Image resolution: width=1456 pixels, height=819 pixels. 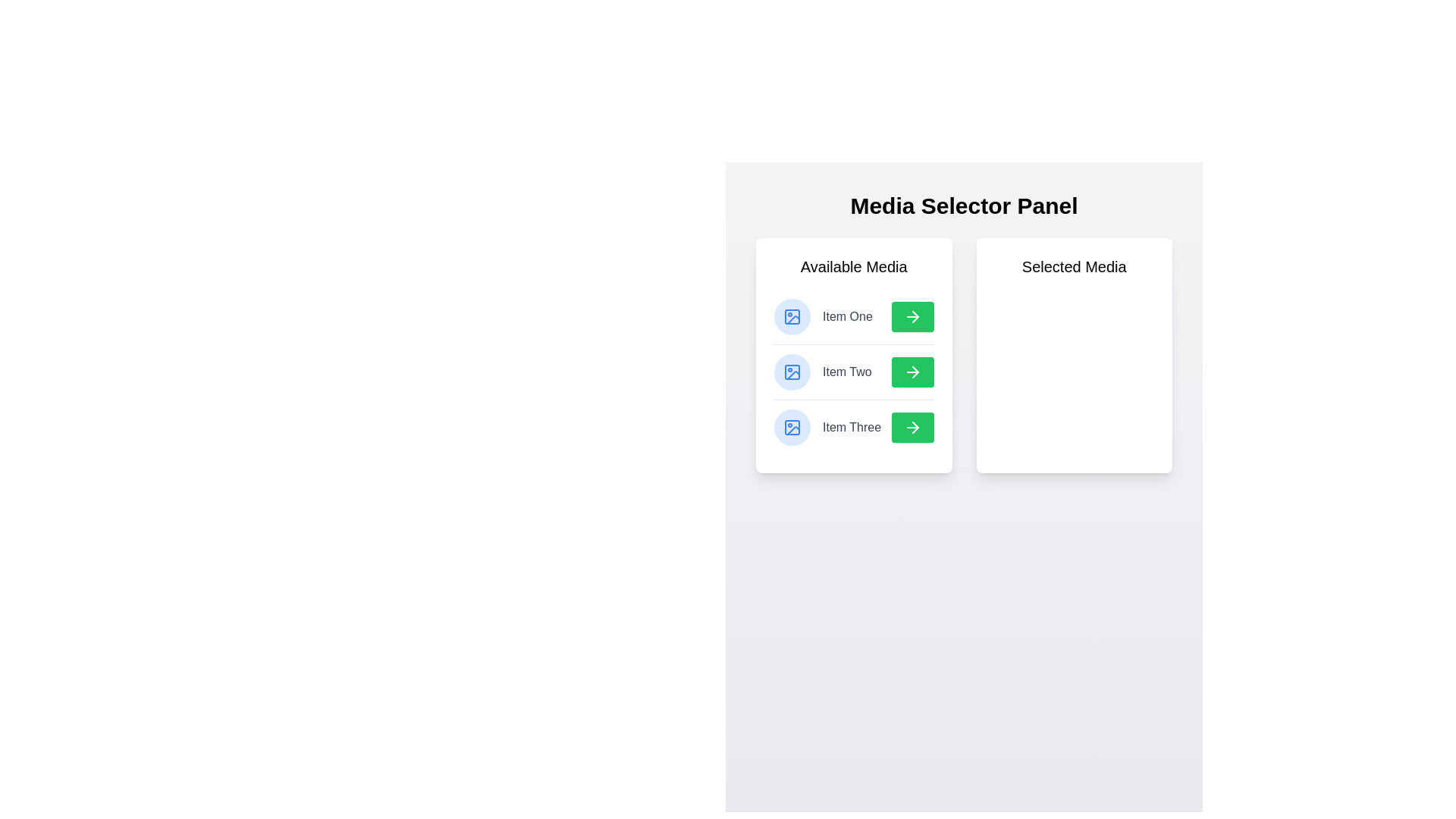 What do you see at coordinates (912, 372) in the screenshot?
I see `the arrow icon inside the green button labeled 'Available Media' that corresponds to 'Item Two'` at bounding box center [912, 372].